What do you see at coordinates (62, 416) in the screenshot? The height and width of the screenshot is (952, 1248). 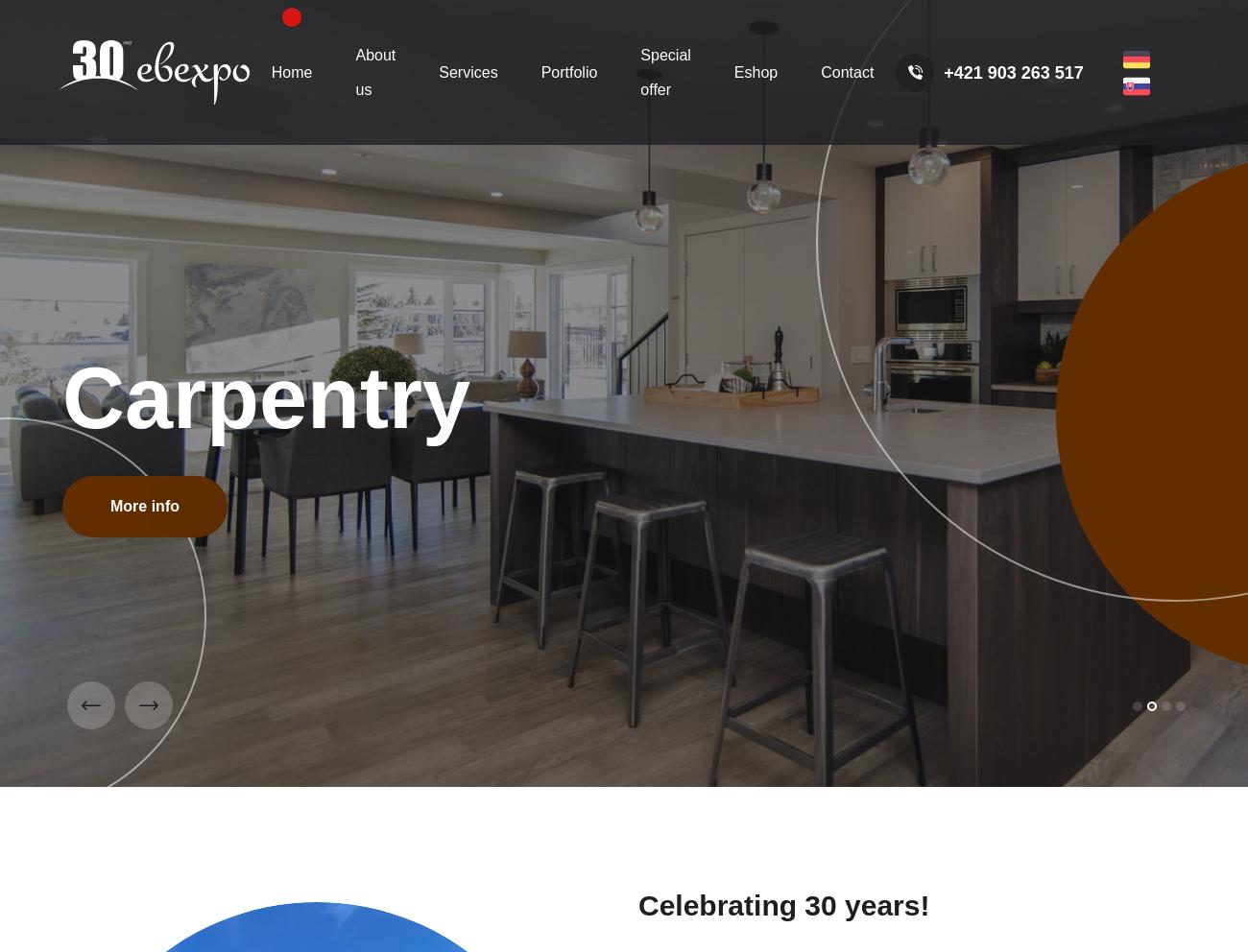 I see `'Our company is also trying to go the way of ZERO WASTE, although it is still challenging for us as we are also dependent on the environmental approach of our suppliers in this respect. However, we strive, among other things, to work only with suppliers who share the same corporate philosophy on environmental protection as we do.'` at bounding box center [62, 416].